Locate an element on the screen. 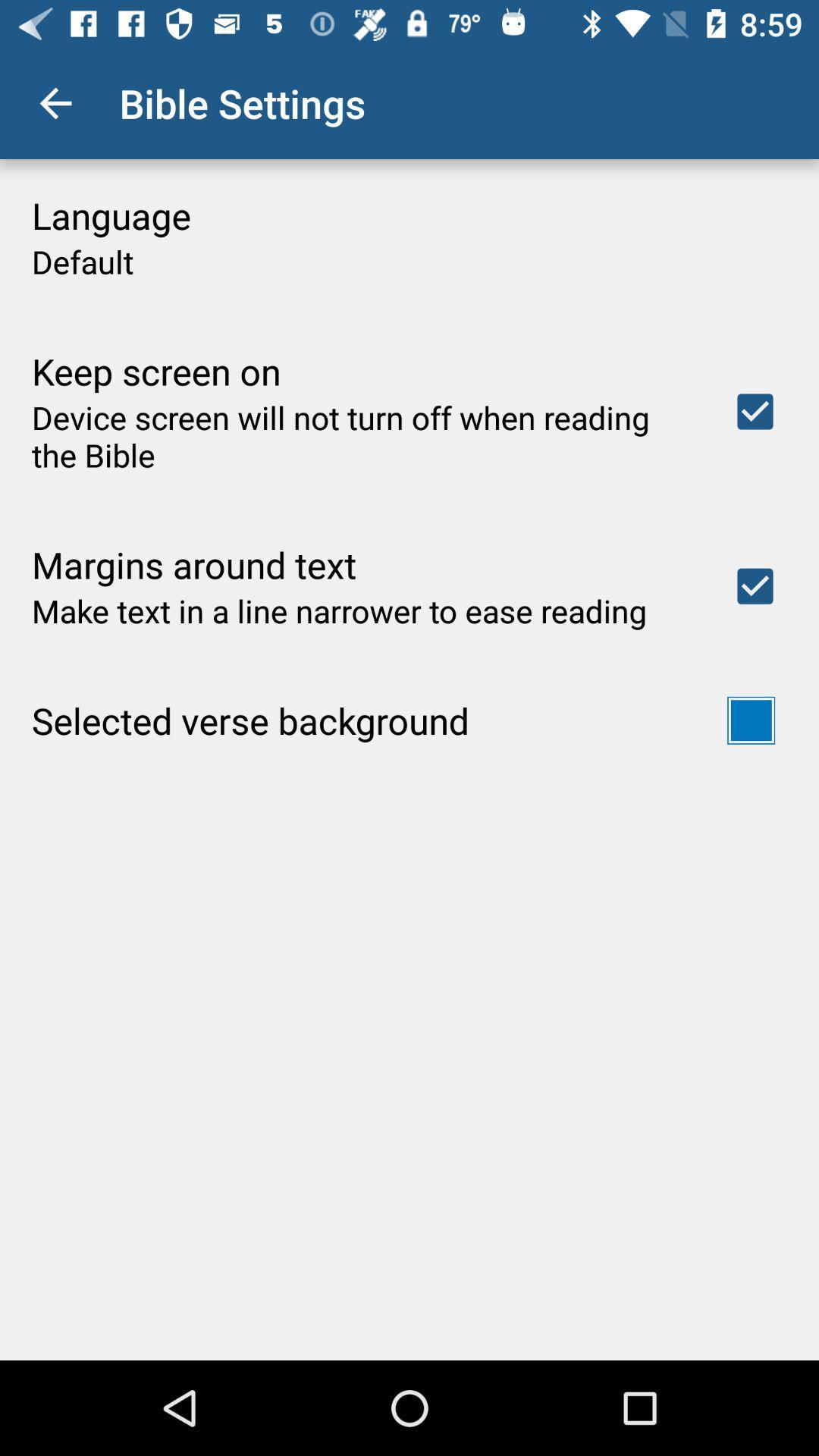 This screenshot has width=819, height=1456. the icon to the left of bible settings item is located at coordinates (55, 102).